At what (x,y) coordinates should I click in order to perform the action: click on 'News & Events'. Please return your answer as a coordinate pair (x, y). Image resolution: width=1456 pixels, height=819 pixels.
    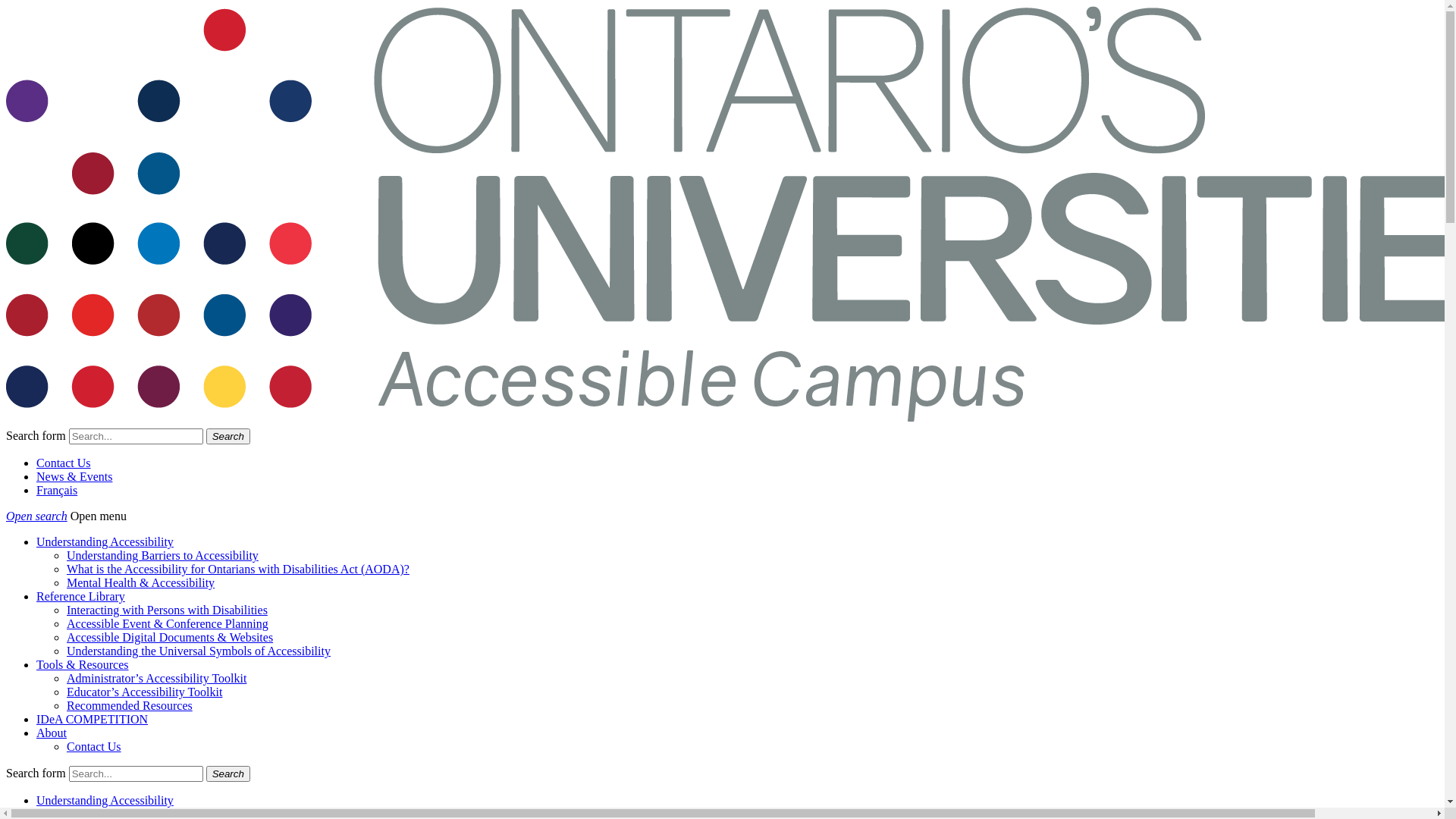
    Looking at the image, I should click on (73, 475).